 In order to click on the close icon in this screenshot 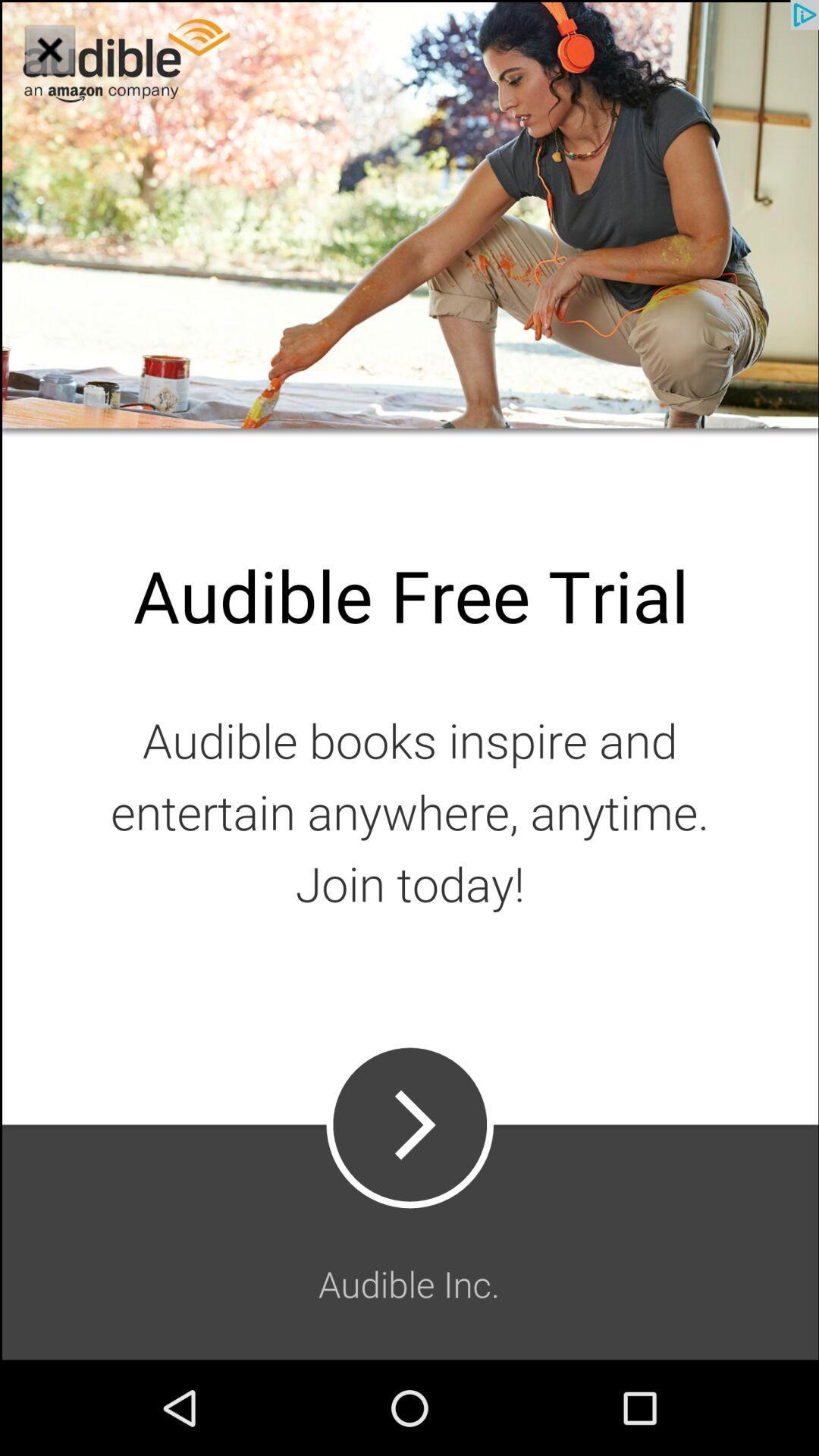, I will do `click(49, 53)`.